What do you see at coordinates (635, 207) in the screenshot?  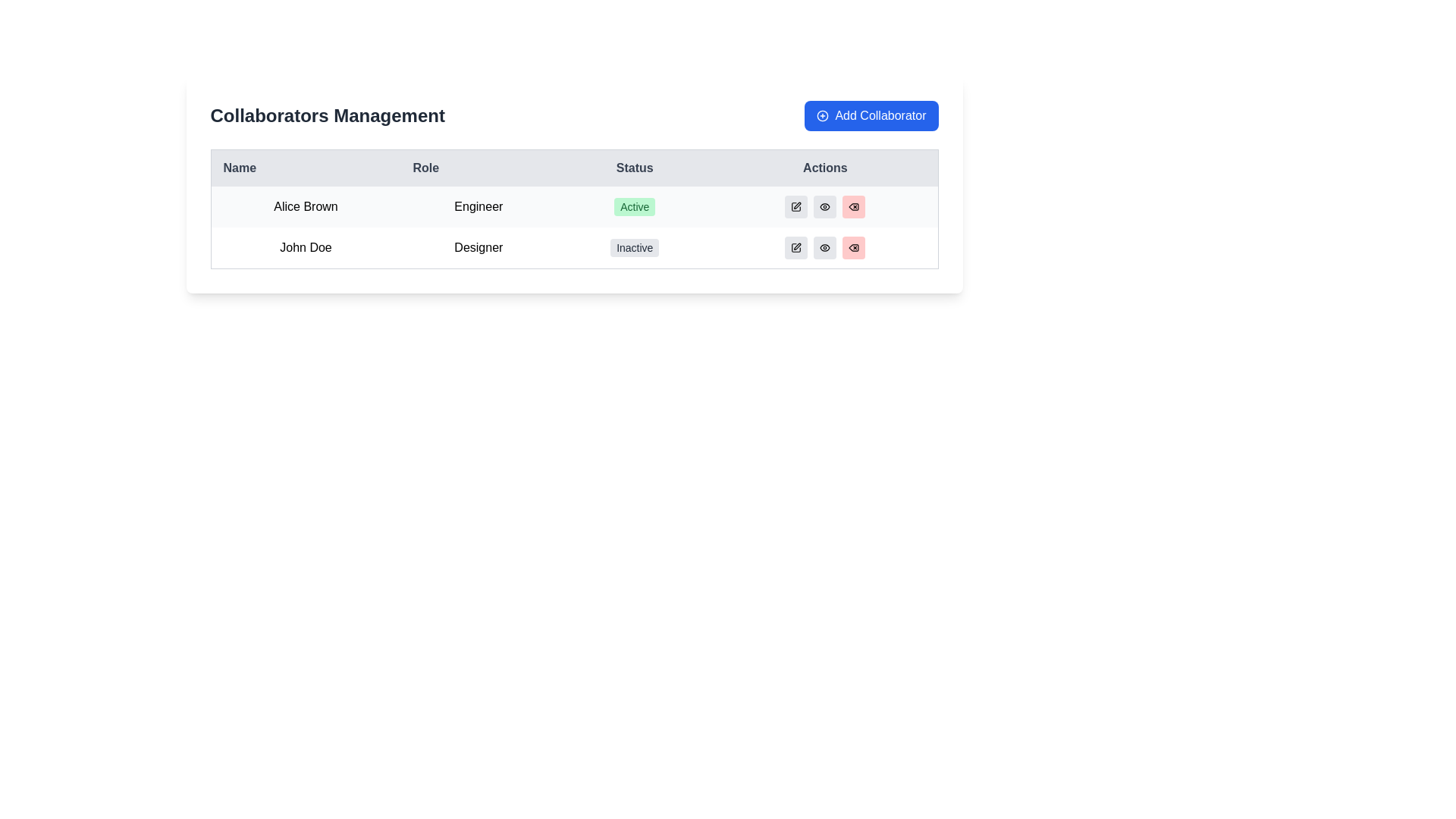 I see `the 'Active' status badge located in the 'Status' column of the table, next to the 'Engineer' role for 'Alice Brown'` at bounding box center [635, 207].